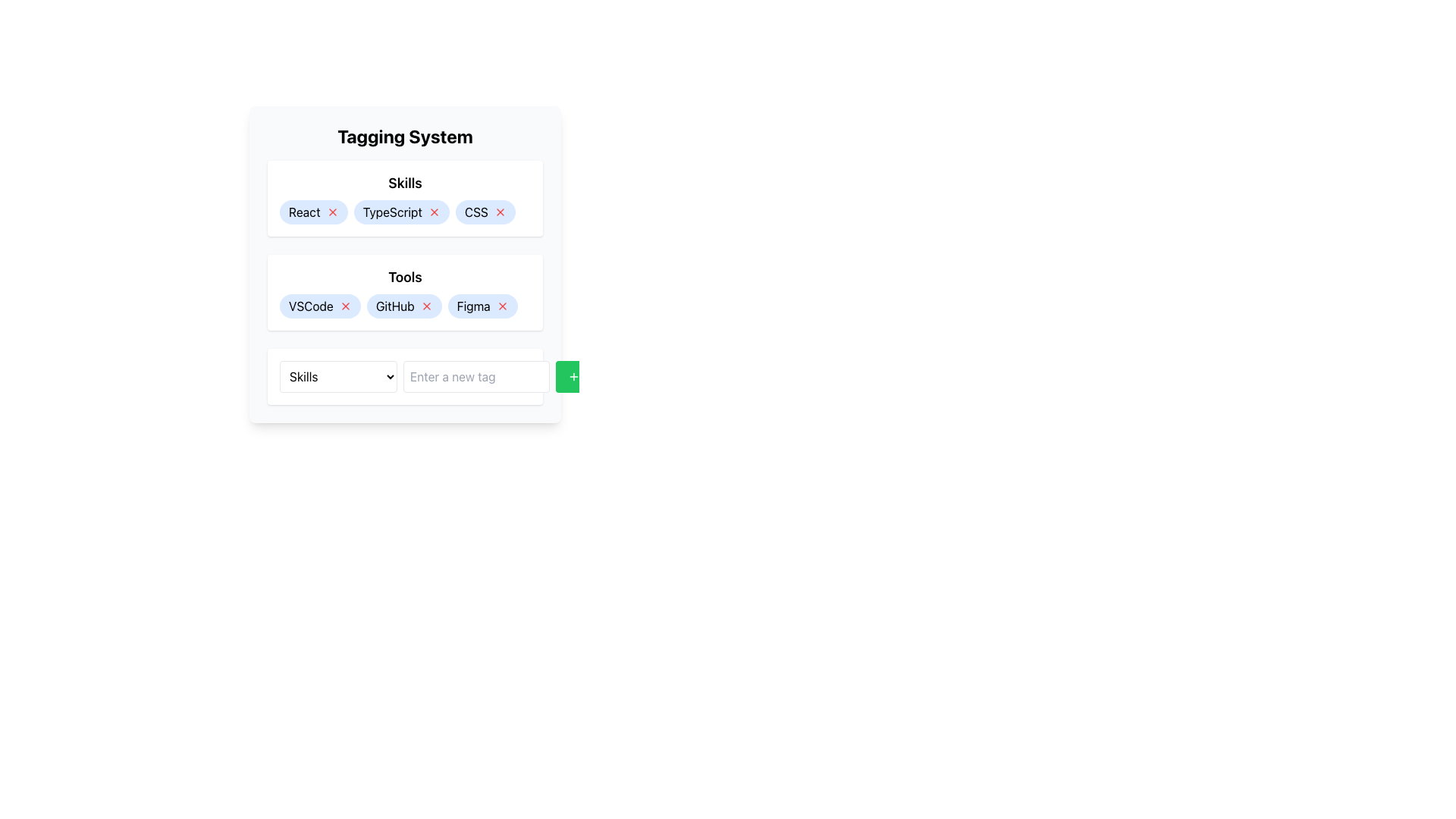 The width and height of the screenshot is (1456, 819). What do you see at coordinates (573, 376) in the screenshot?
I see `the button located at the far right side of the row within the 'Tagging System' interface, adjacent to the 'Enter a new tag' input field` at bounding box center [573, 376].